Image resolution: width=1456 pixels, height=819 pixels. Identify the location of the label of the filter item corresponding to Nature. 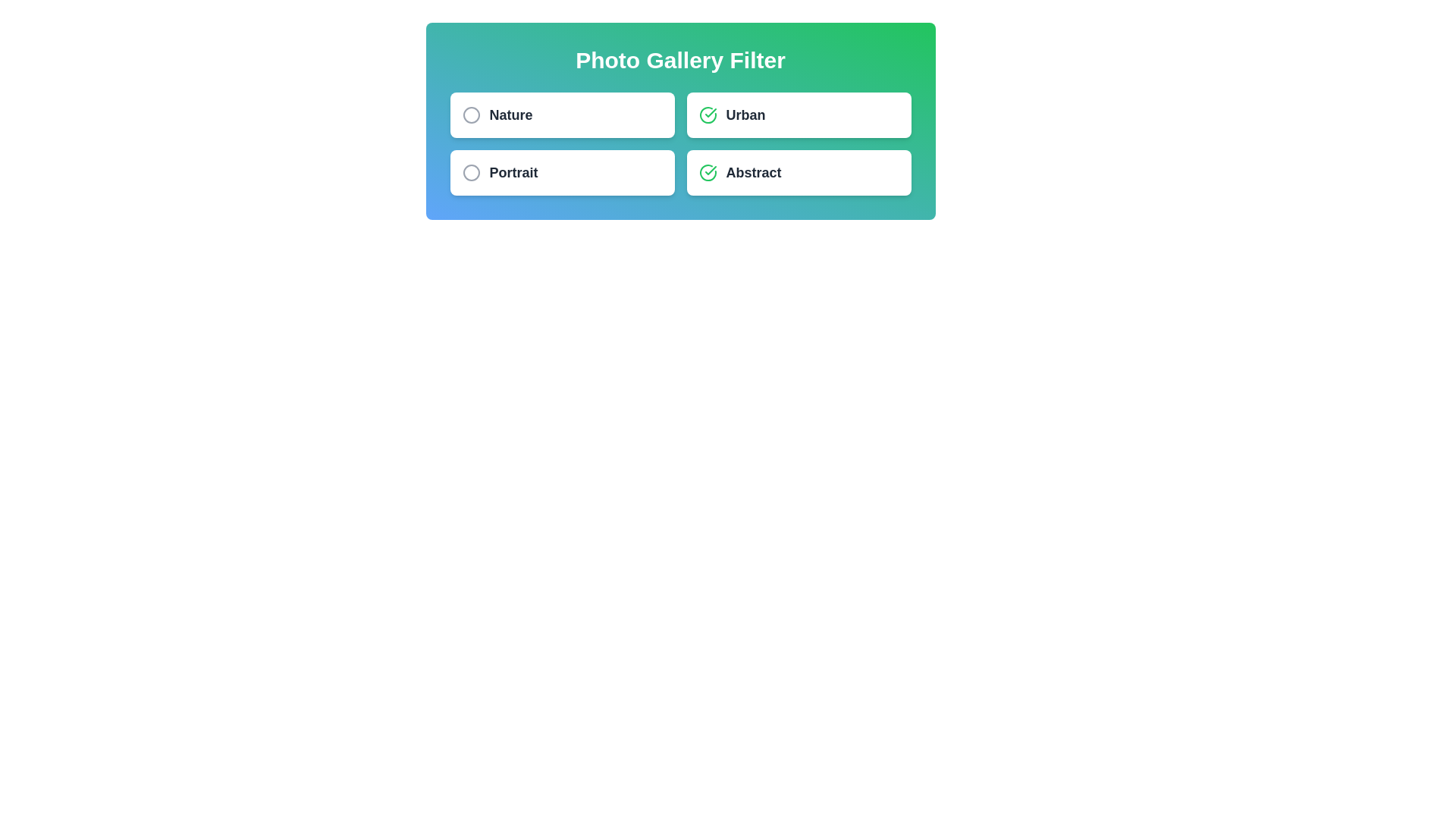
(510, 114).